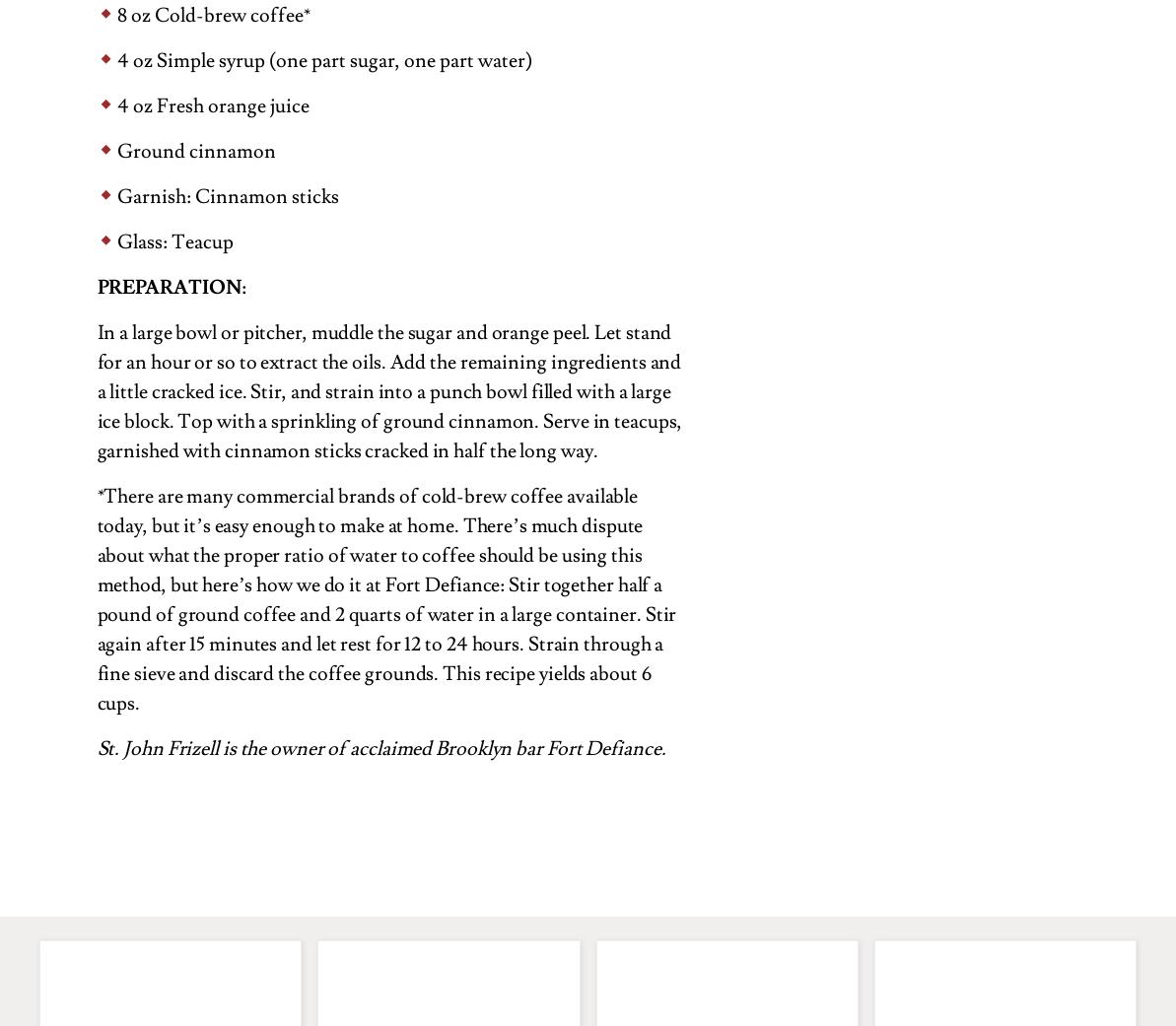 The height and width of the screenshot is (1026, 1176). Describe the element at coordinates (385, 599) in the screenshot. I see `'*There are many commercial brands of cold-brew coffee available today, but it’s easy enough to make at home. There’s much dispute about what the proper ratio of water to coffee should be using this method, but here’s how we do it at Fort Defiance: Stir together half a pound of ground coffee and 2 quarts of water in a large container. Stir again after 15 minutes and let rest for 12 to 24 hours. Strain through a fine sieve and discard the coffee grounds. This recipe yields about 6 cups.'` at that location.